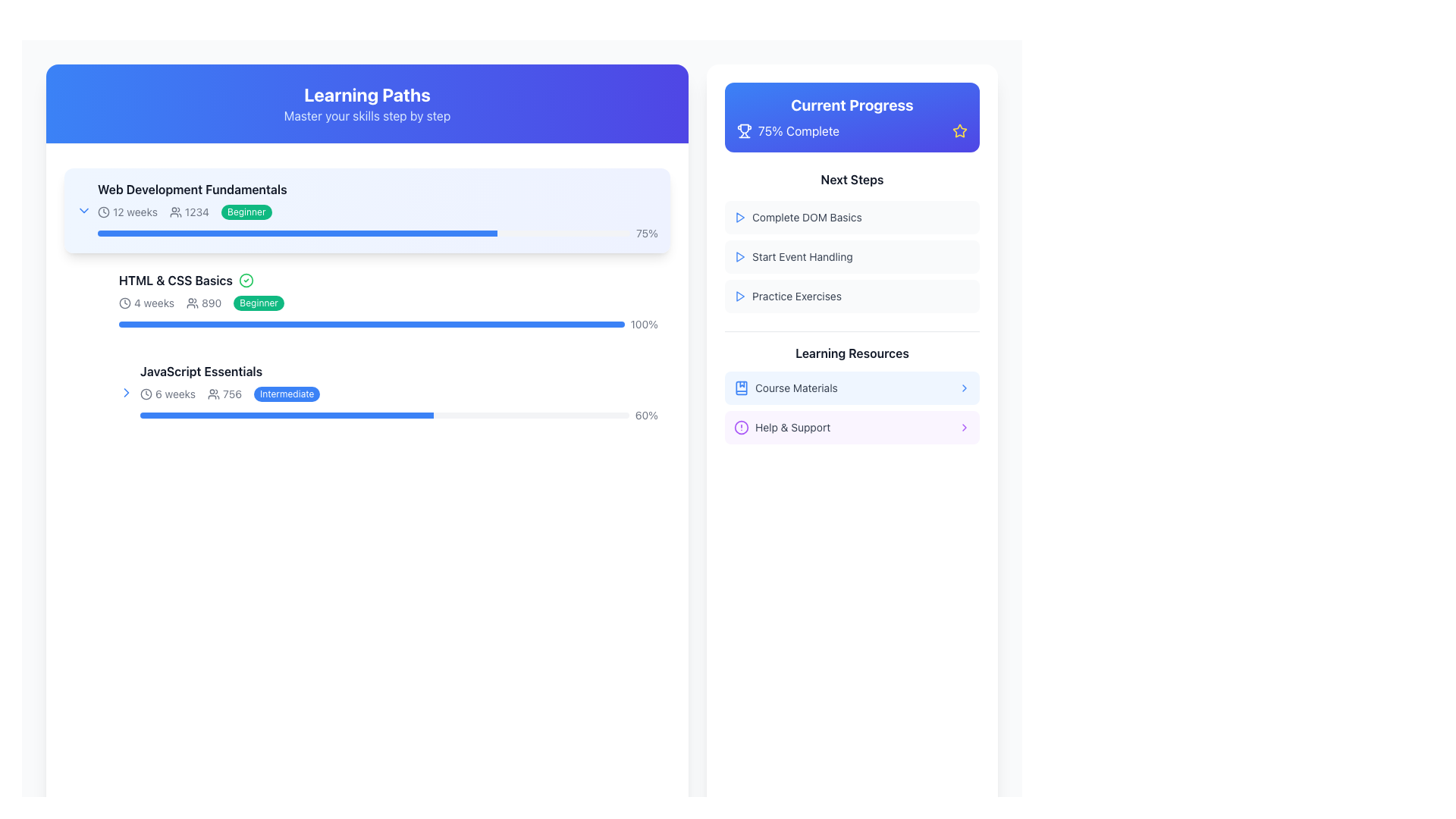 The image size is (1456, 819). Describe the element at coordinates (213, 394) in the screenshot. I see `the non-interactive SVG icon representing user participation in the JavaScript Essentials course, located to the left of the text '756' within the learning paths list` at that location.